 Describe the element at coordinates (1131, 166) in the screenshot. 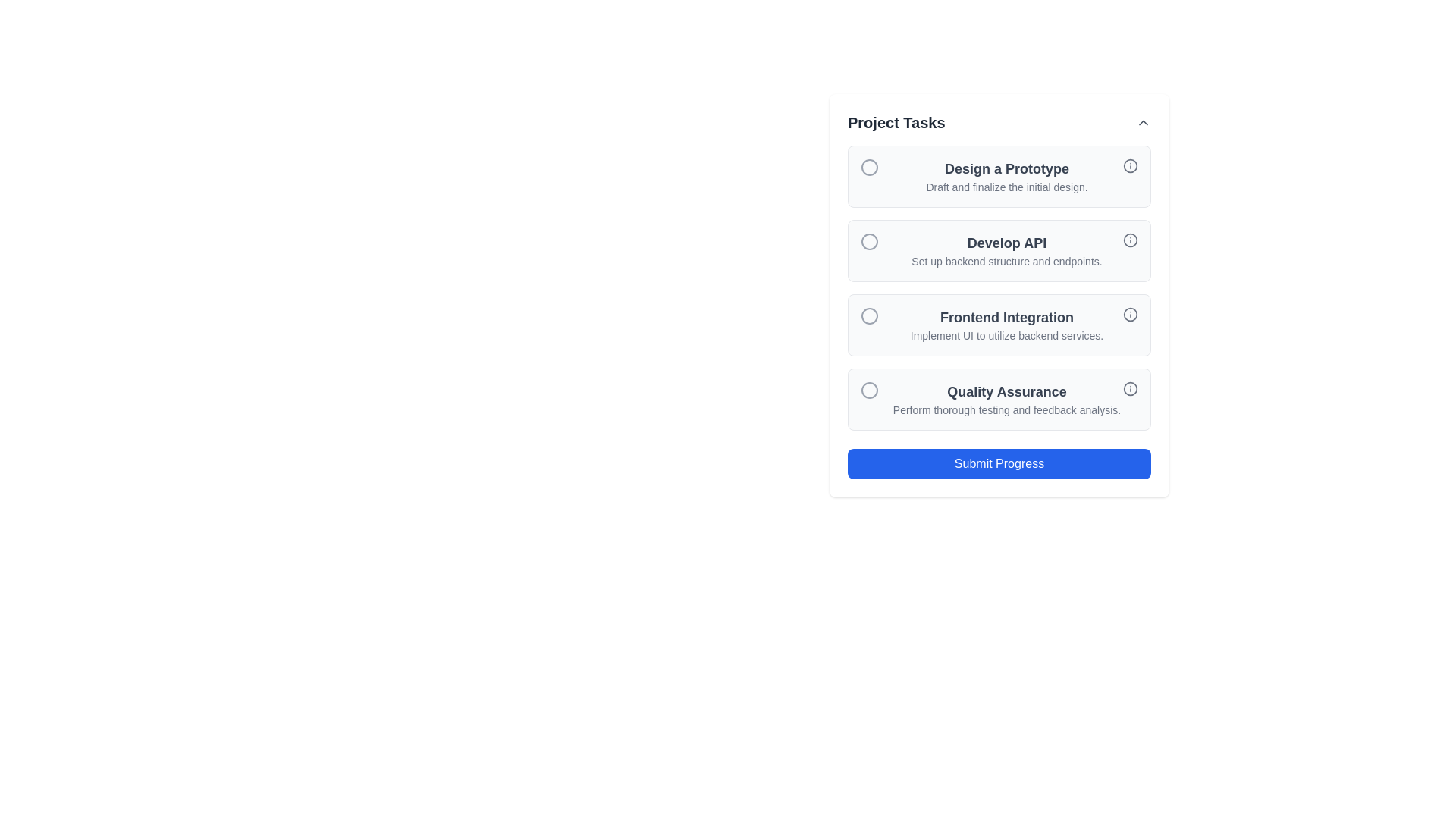

I see `the circular icon located at the top-right corner of the 'Design a Prototype' task item, which serves as a symbolic or decorative component` at that location.